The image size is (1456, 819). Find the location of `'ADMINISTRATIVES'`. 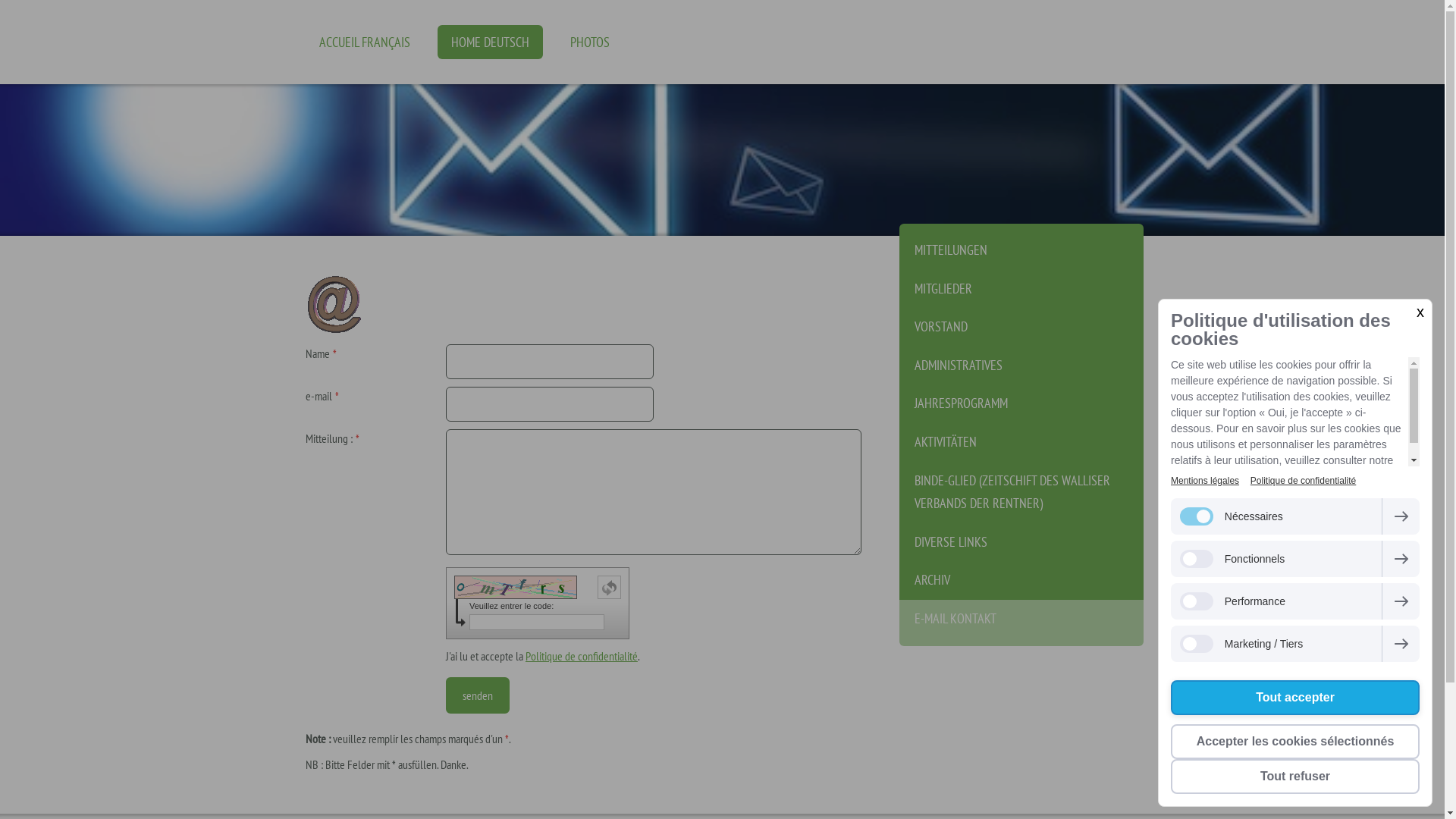

'ADMINISTRATIVES' is located at coordinates (1021, 366).